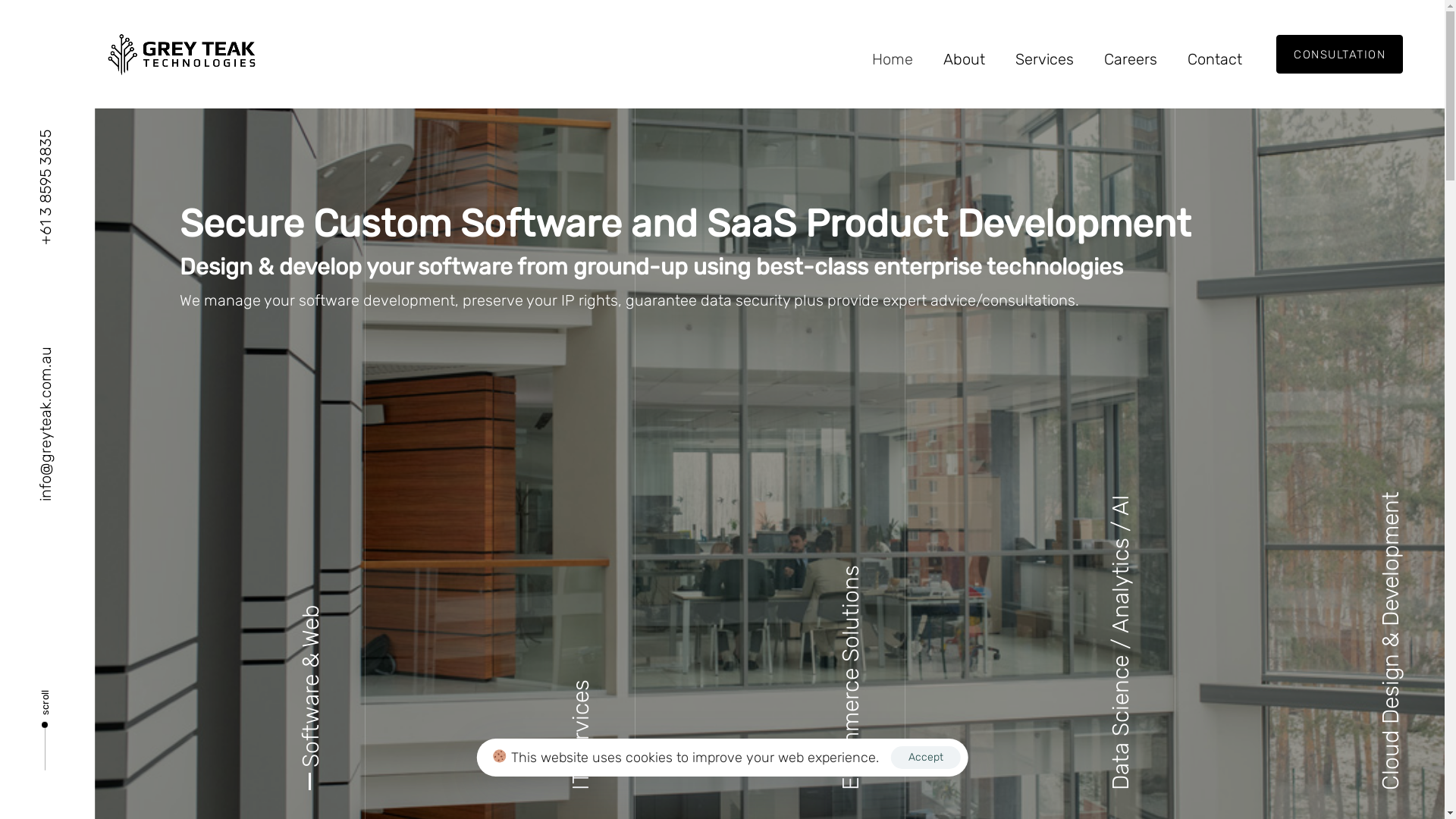  What do you see at coordinates (309, 708) in the screenshot?
I see `'Software & Web'` at bounding box center [309, 708].